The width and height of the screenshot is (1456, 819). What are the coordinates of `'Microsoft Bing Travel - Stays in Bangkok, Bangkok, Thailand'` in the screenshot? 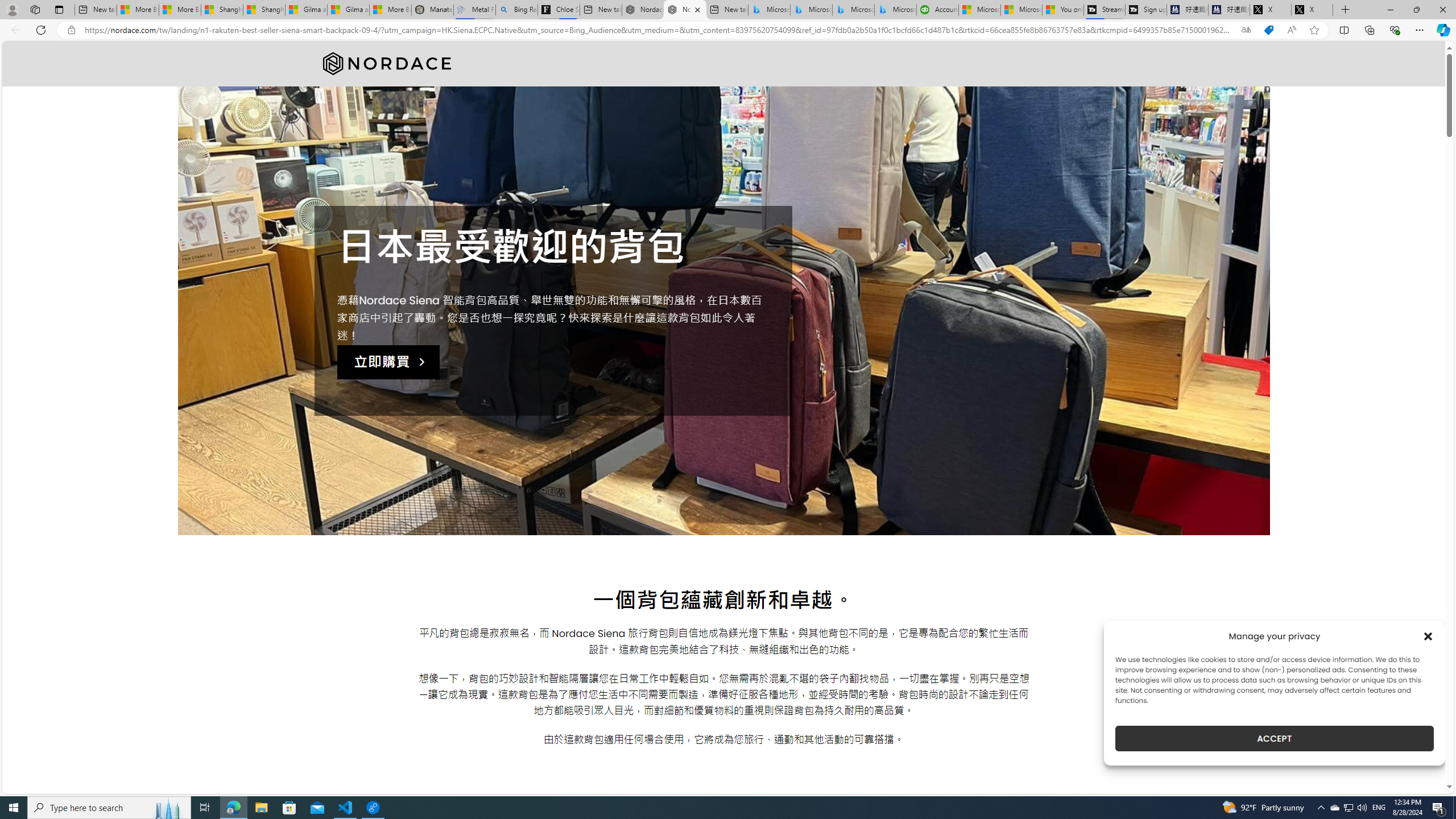 It's located at (810, 9).